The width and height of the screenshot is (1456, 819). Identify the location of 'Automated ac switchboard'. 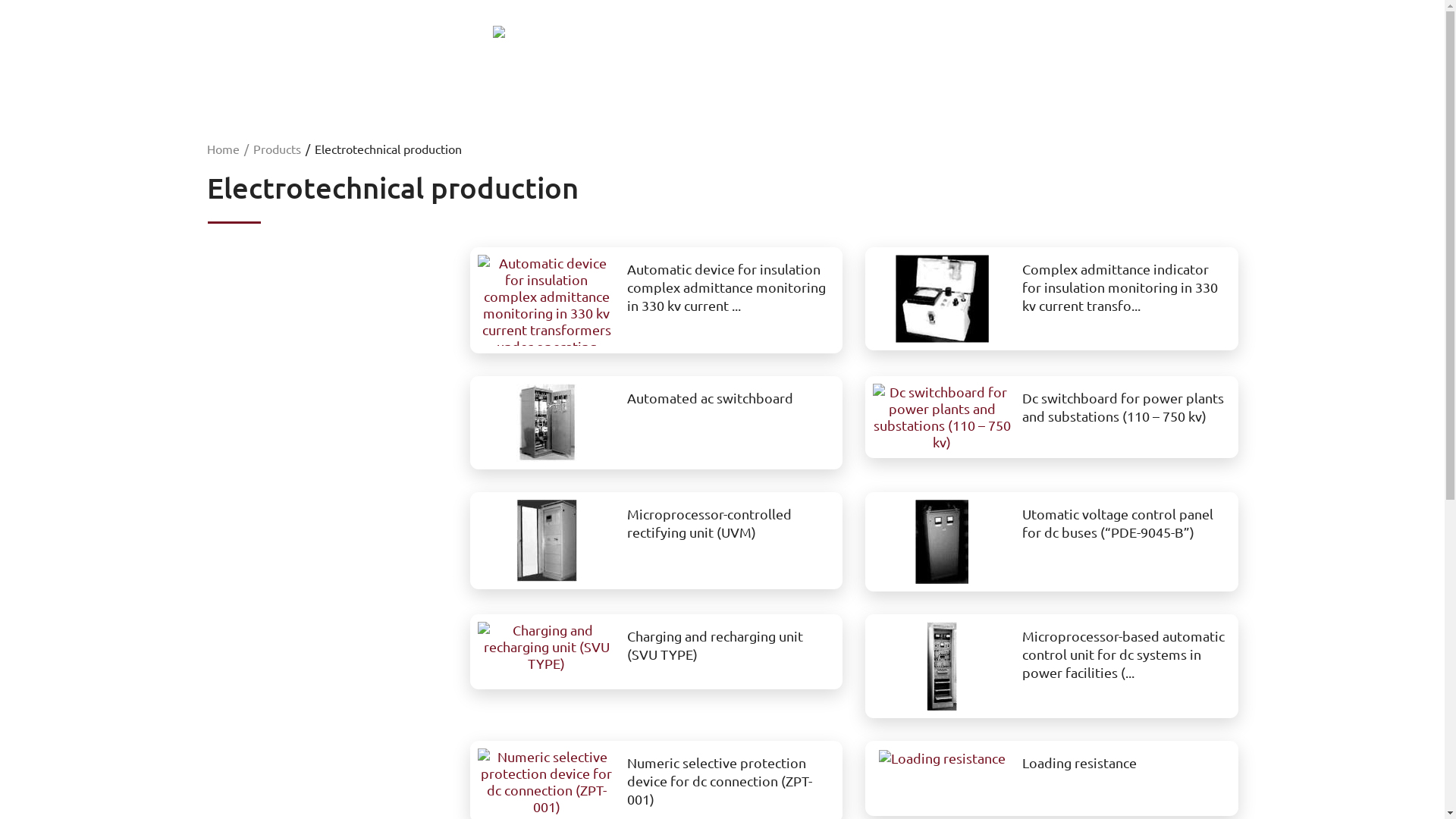
(546, 422).